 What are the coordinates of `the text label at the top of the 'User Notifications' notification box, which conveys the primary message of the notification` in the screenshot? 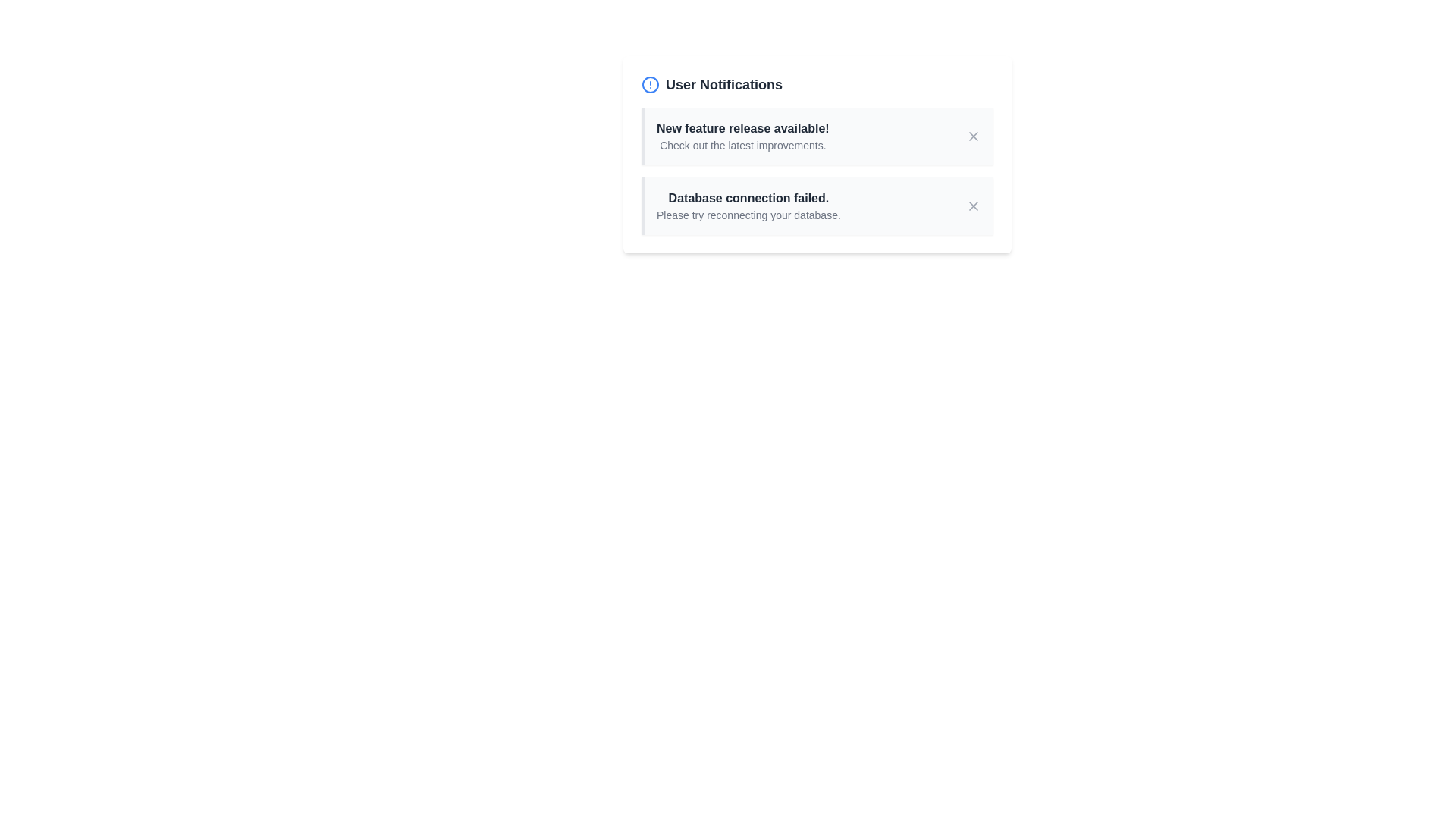 It's located at (742, 127).